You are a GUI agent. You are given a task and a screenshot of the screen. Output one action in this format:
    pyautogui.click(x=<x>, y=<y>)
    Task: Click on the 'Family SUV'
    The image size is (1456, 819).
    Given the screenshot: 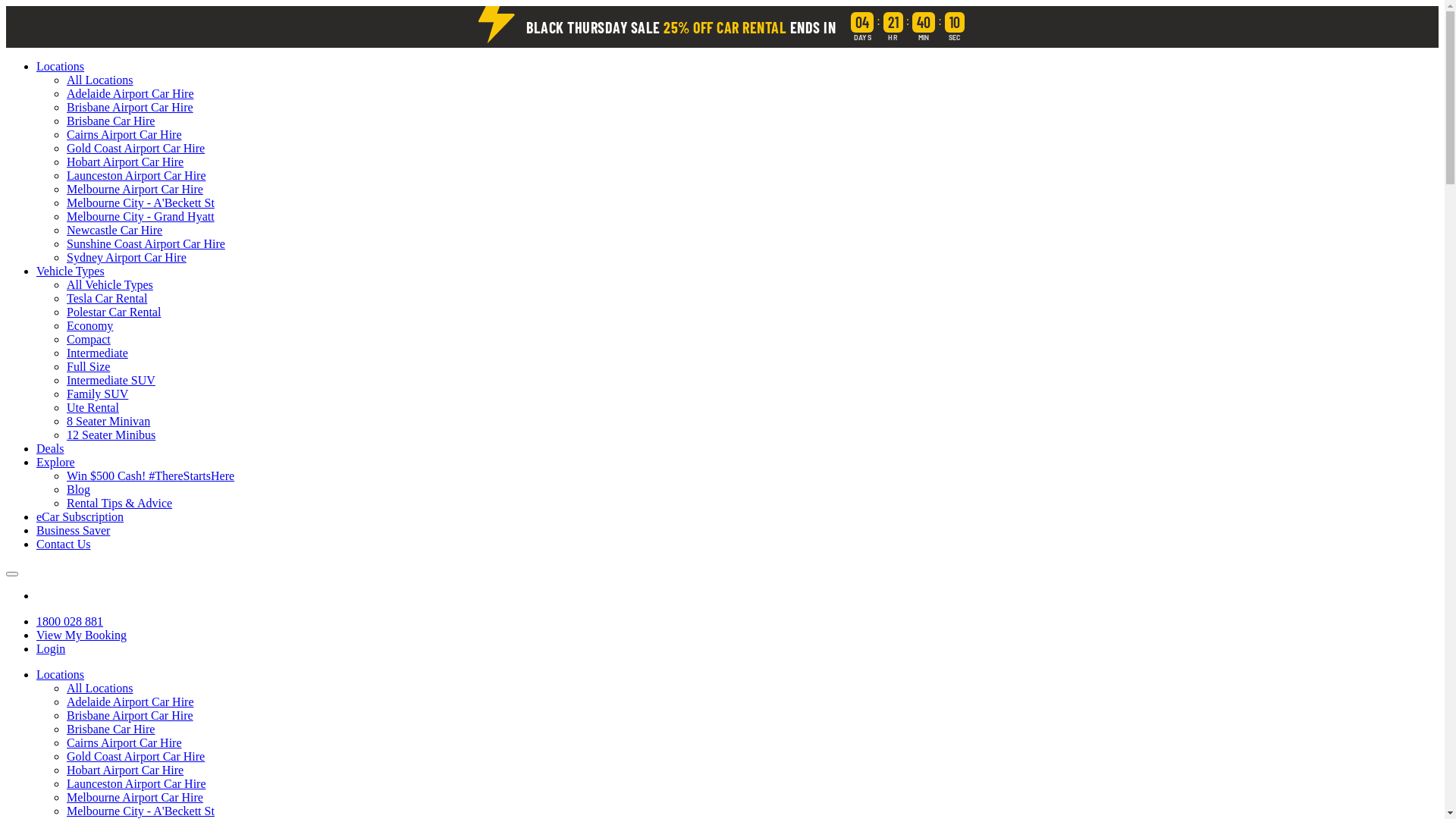 What is the action you would take?
    pyautogui.click(x=96, y=393)
    